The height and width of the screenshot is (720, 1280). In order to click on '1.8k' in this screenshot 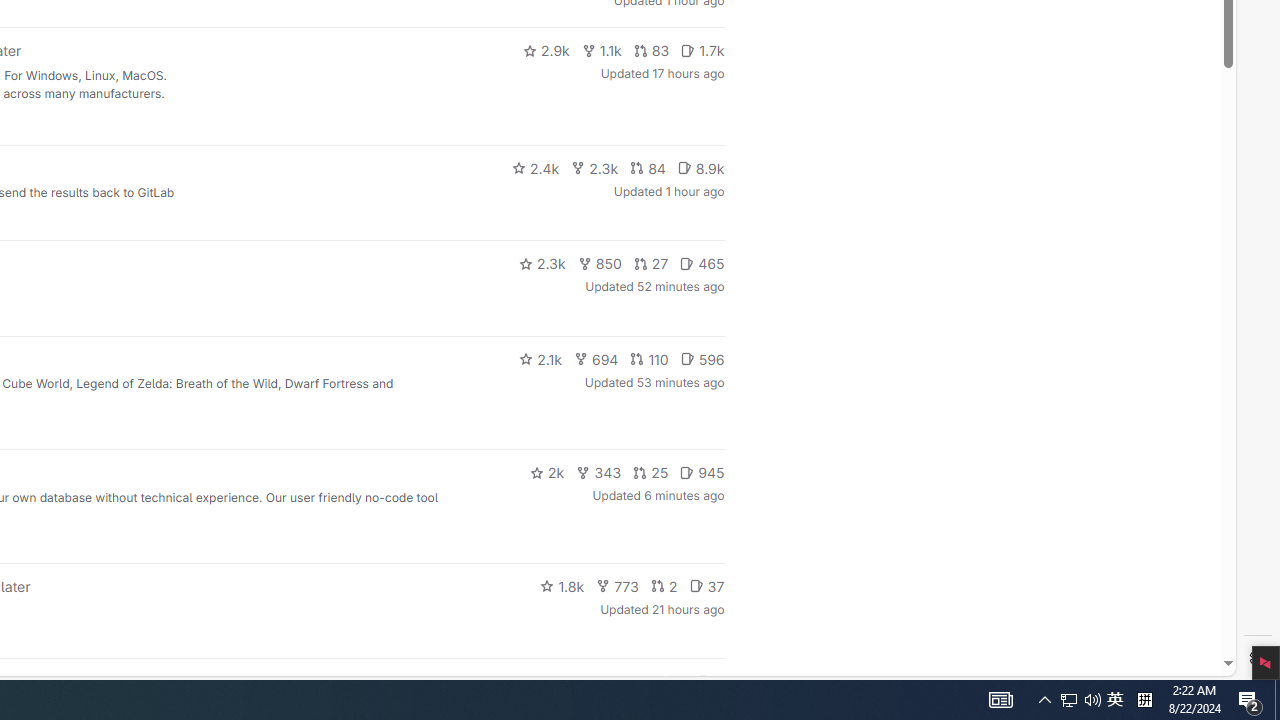, I will do `click(561, 585)`.